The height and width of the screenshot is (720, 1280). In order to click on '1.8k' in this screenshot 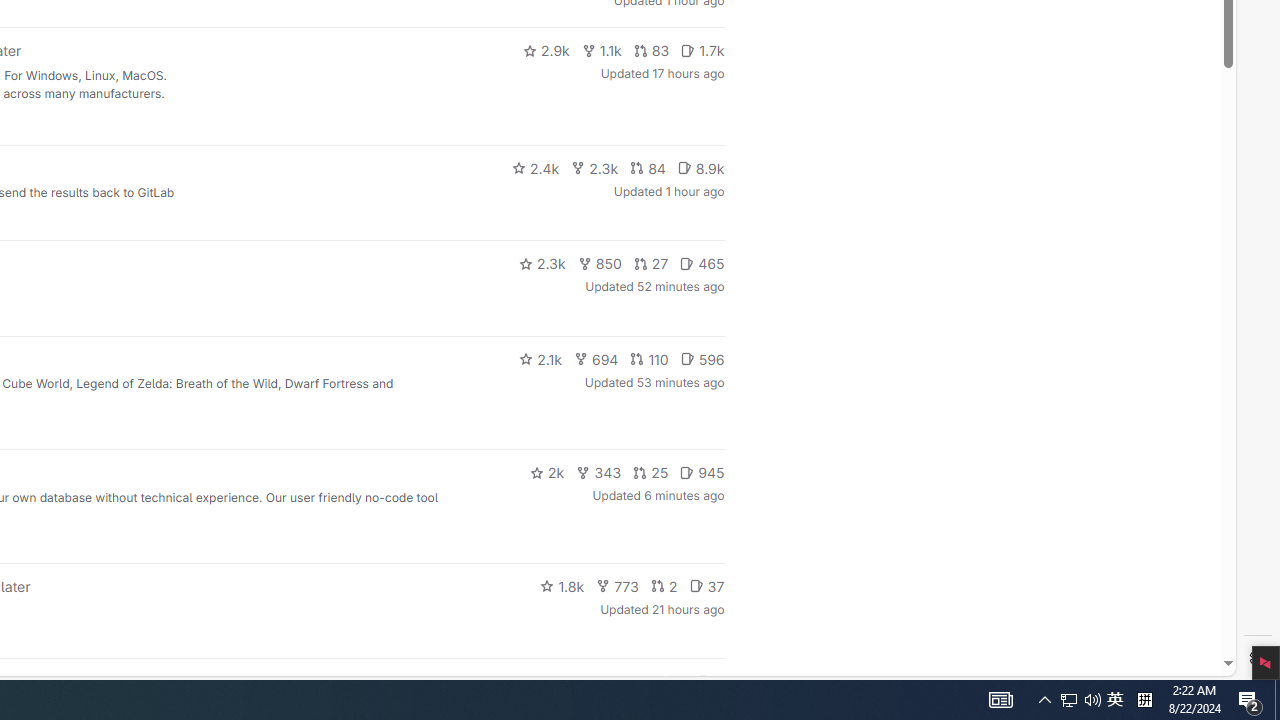, I will do `click(561, 585)`.